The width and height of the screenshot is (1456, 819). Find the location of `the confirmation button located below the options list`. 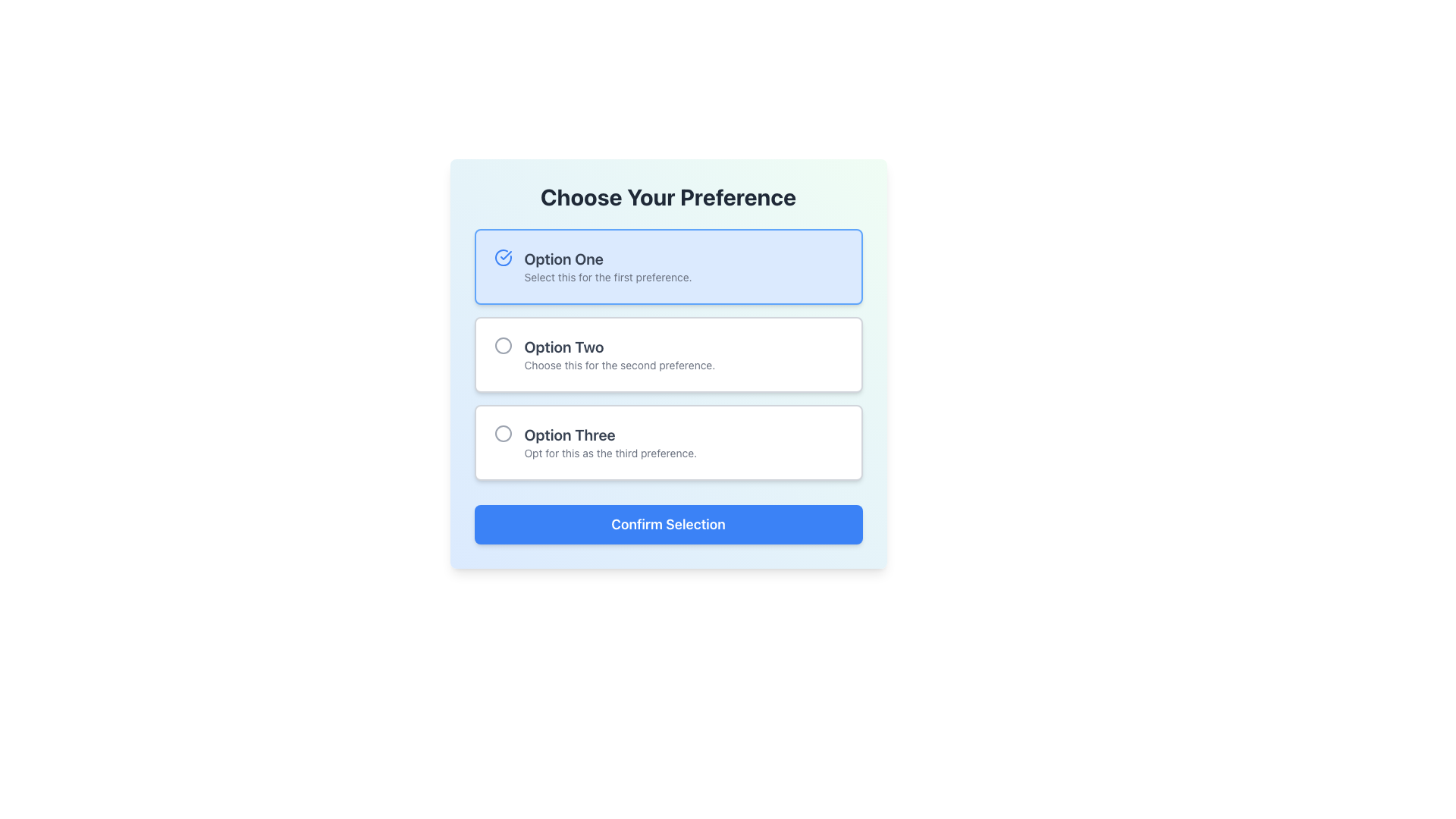

the confirmation button located below the options list is located at coordinates (667, 523).